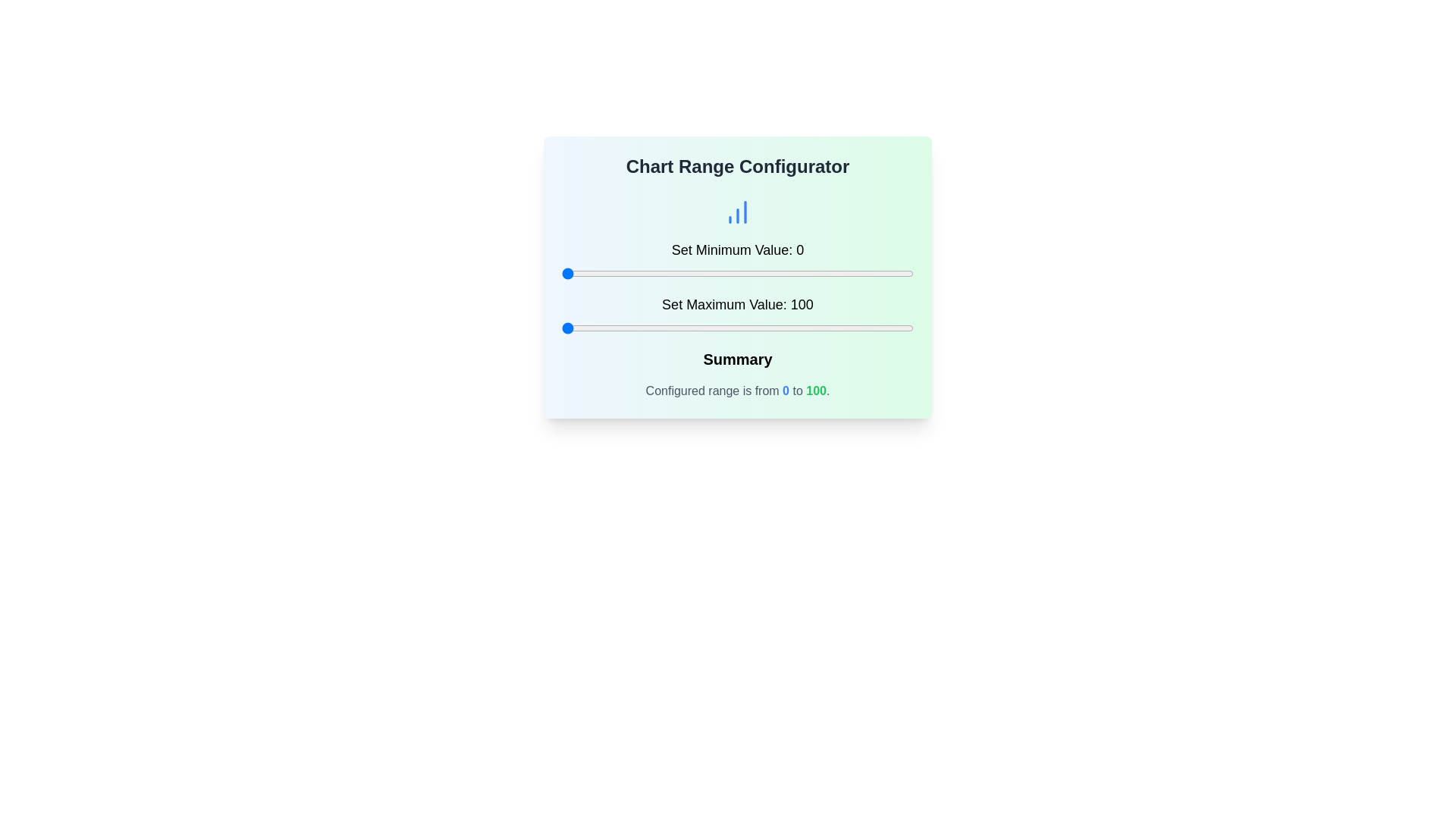 The height and width of the screenshot is (819, 1456). What do you see at coordinates (738, 212) in the screenshot?
I see `the chart icon to explore its functionality` at bounding box center [738, 212].